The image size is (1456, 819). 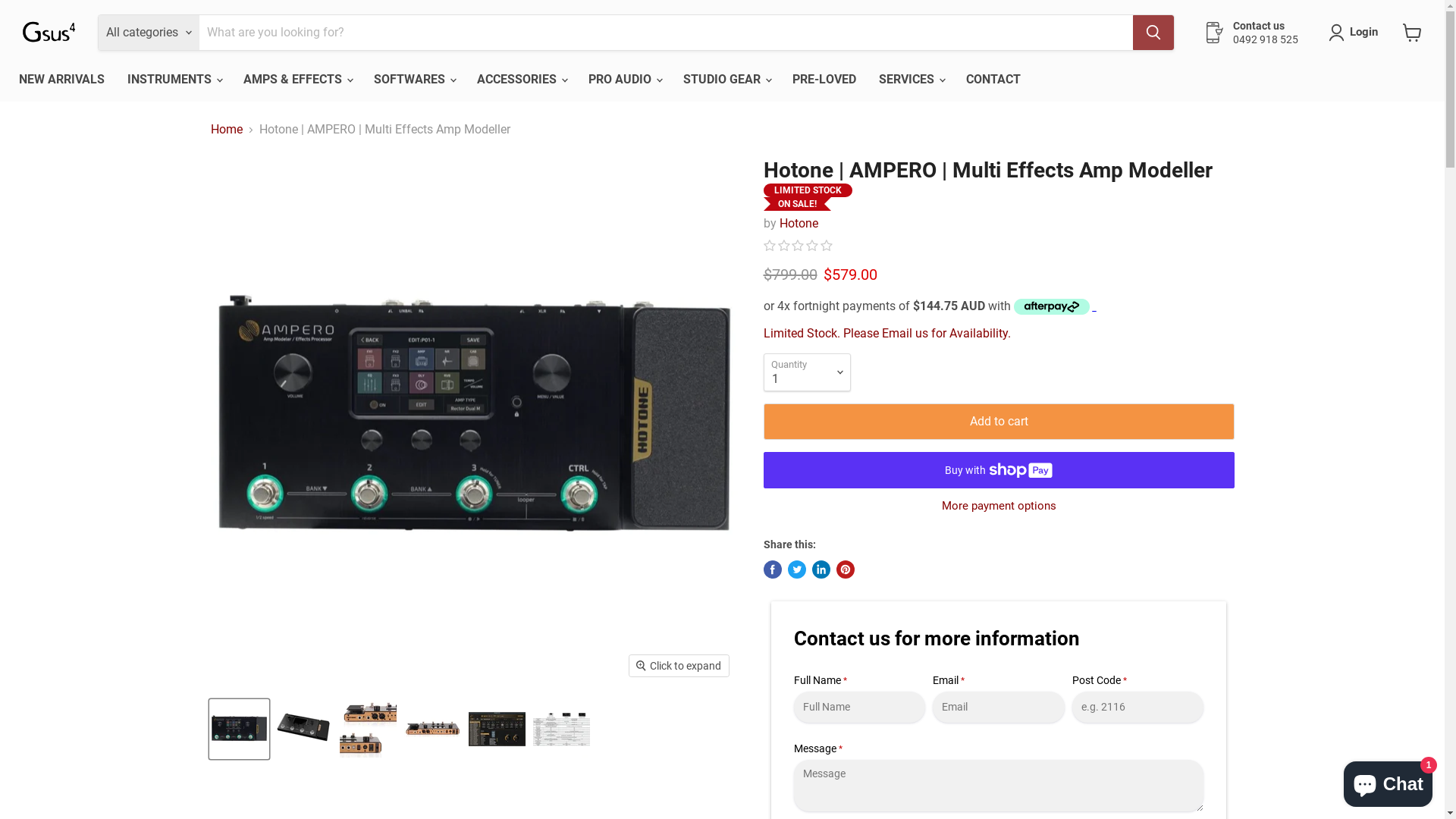 What do you see at coordinates (779, 223) in the screenshot?
I see `'Hotone'` at bounding box center [779, 223].